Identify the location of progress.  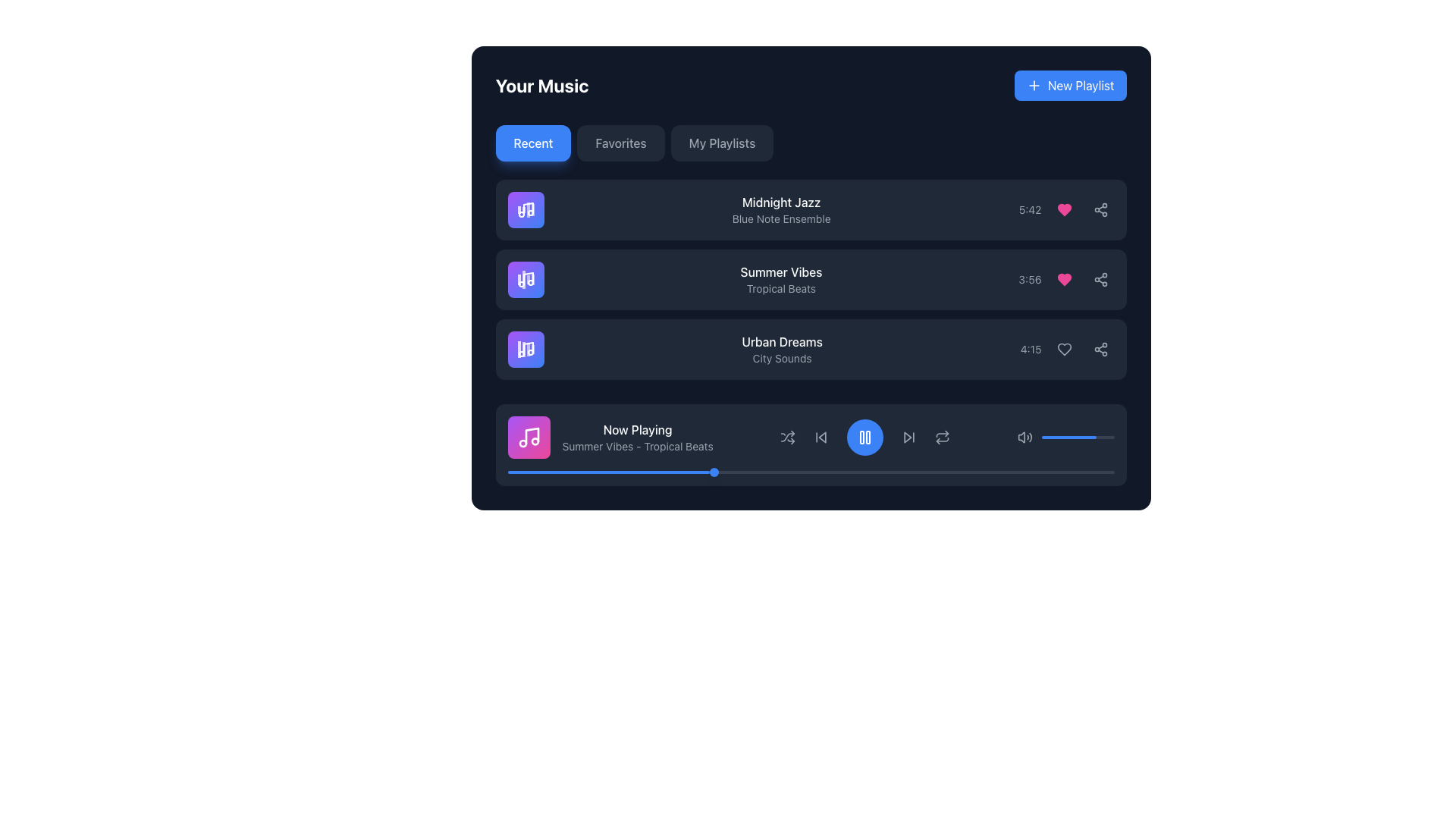
(955, 472).